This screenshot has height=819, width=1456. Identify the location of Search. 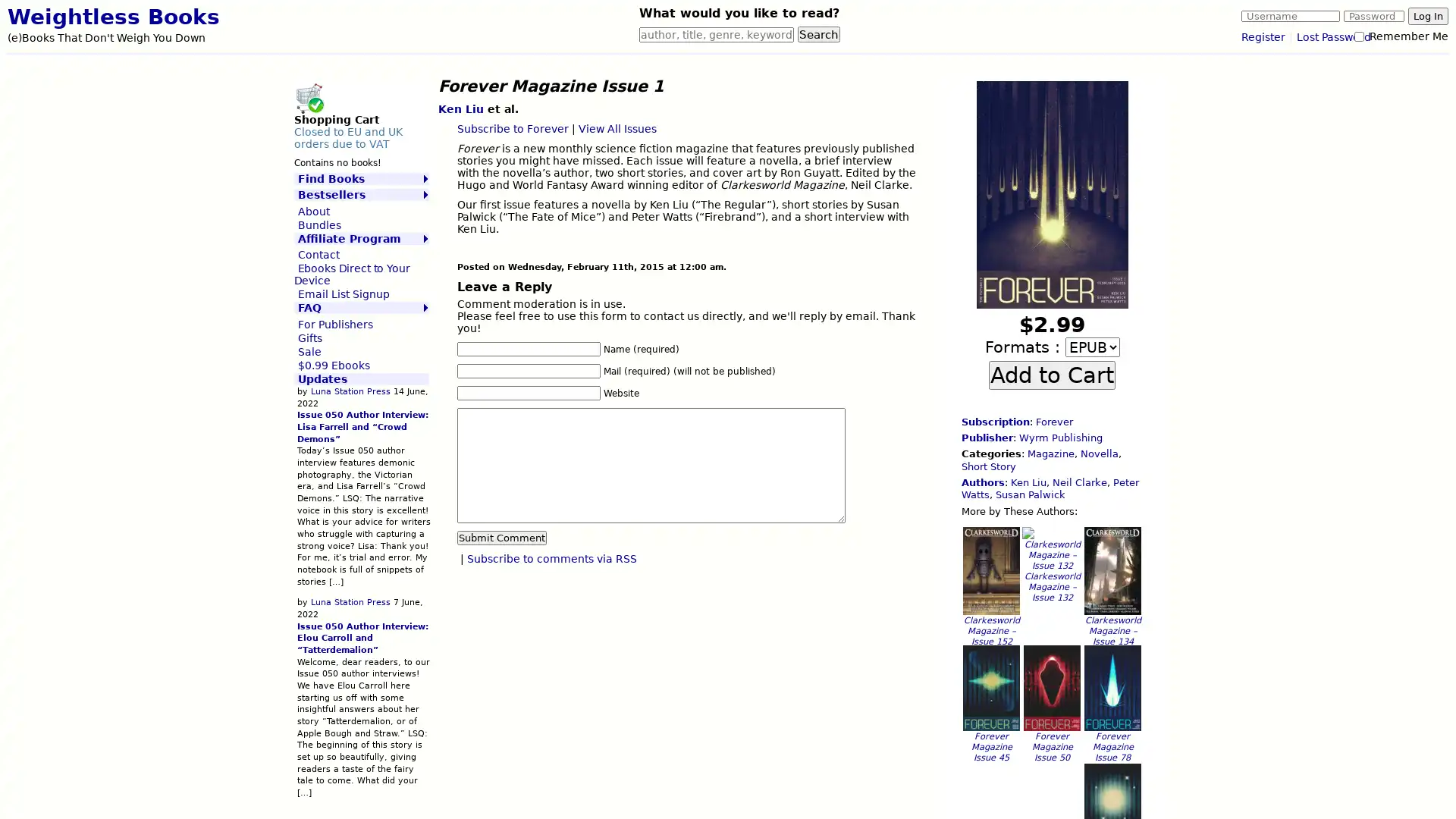
(818, 34).